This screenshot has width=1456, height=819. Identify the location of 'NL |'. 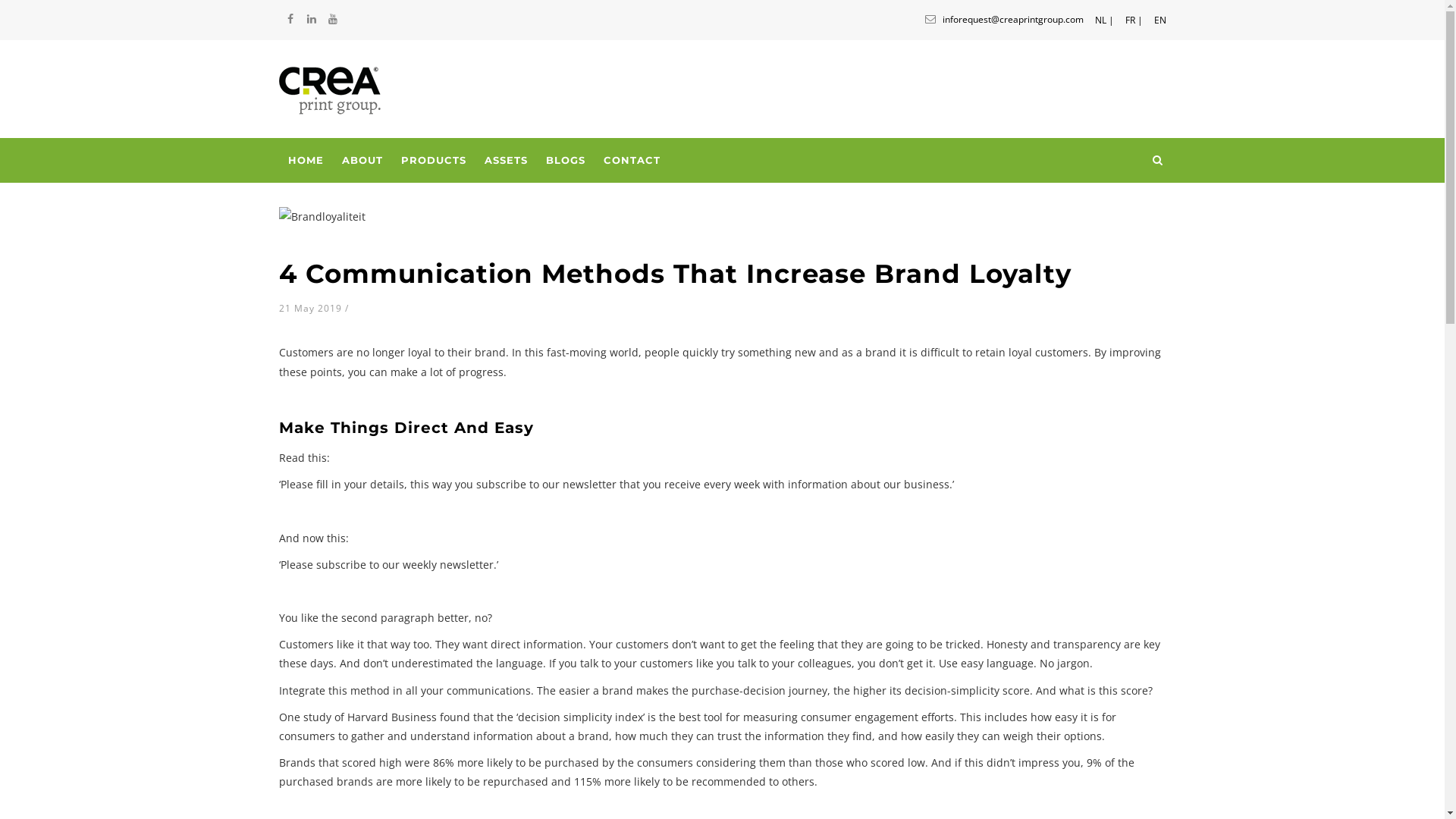
(1104, 17).